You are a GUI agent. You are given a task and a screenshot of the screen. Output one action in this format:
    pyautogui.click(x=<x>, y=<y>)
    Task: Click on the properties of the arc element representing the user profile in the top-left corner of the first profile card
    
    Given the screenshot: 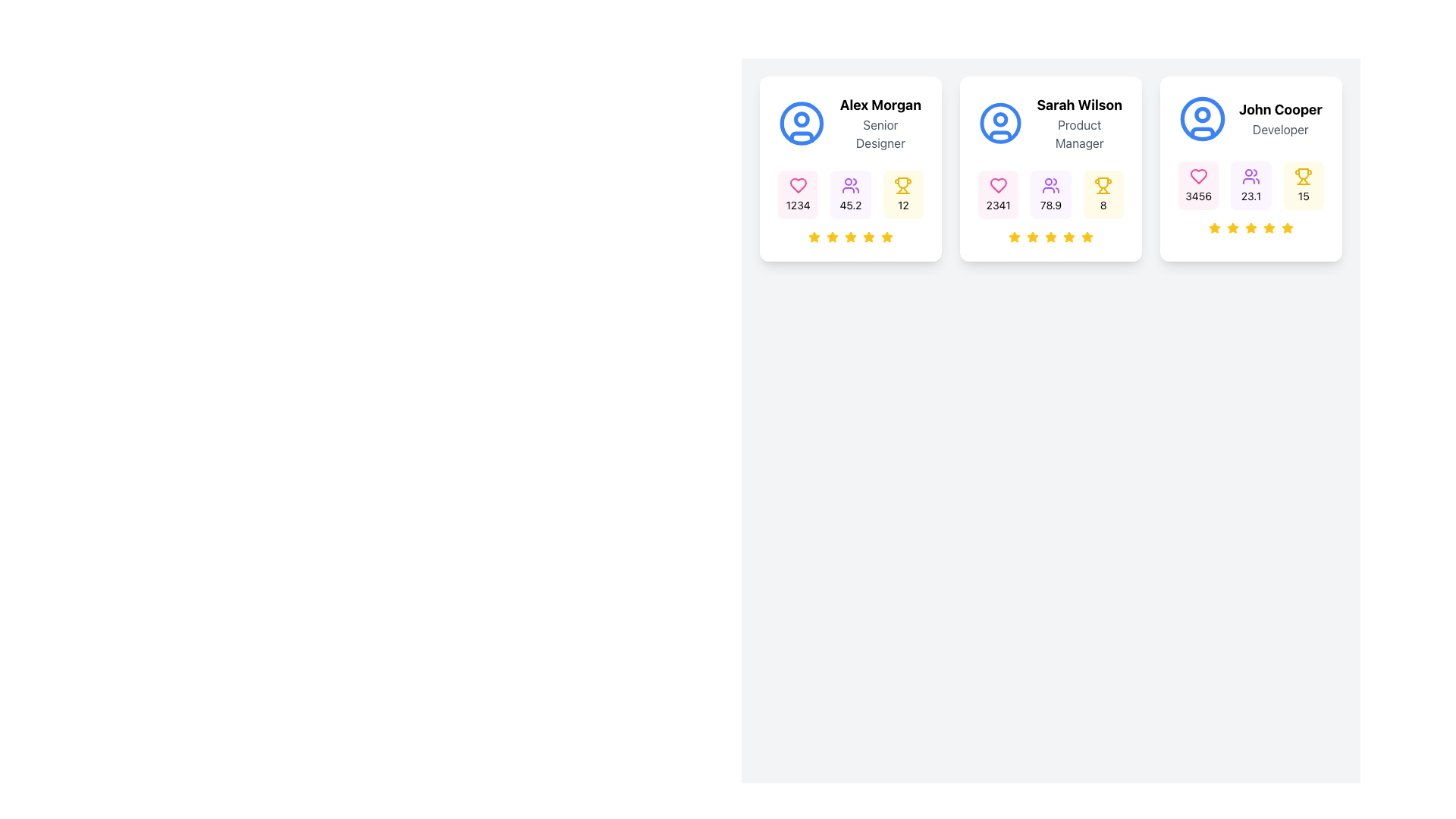 What is the action you would take?
    pyautogui.click(x=801, y=136)
    